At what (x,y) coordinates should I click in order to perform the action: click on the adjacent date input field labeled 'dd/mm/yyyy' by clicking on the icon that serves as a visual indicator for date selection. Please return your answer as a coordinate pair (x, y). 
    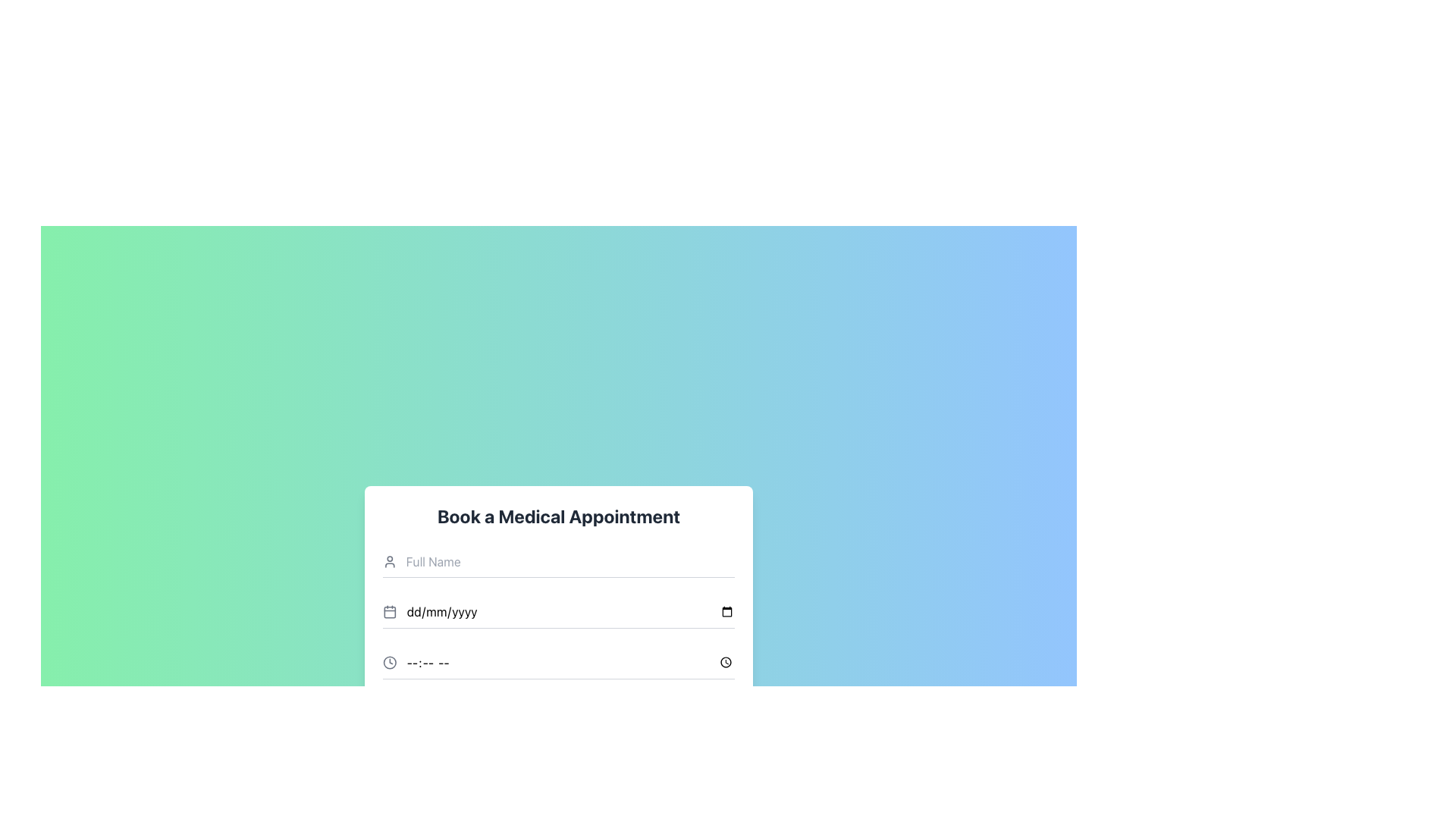
    Looking at the image, I should click on (389, 610).